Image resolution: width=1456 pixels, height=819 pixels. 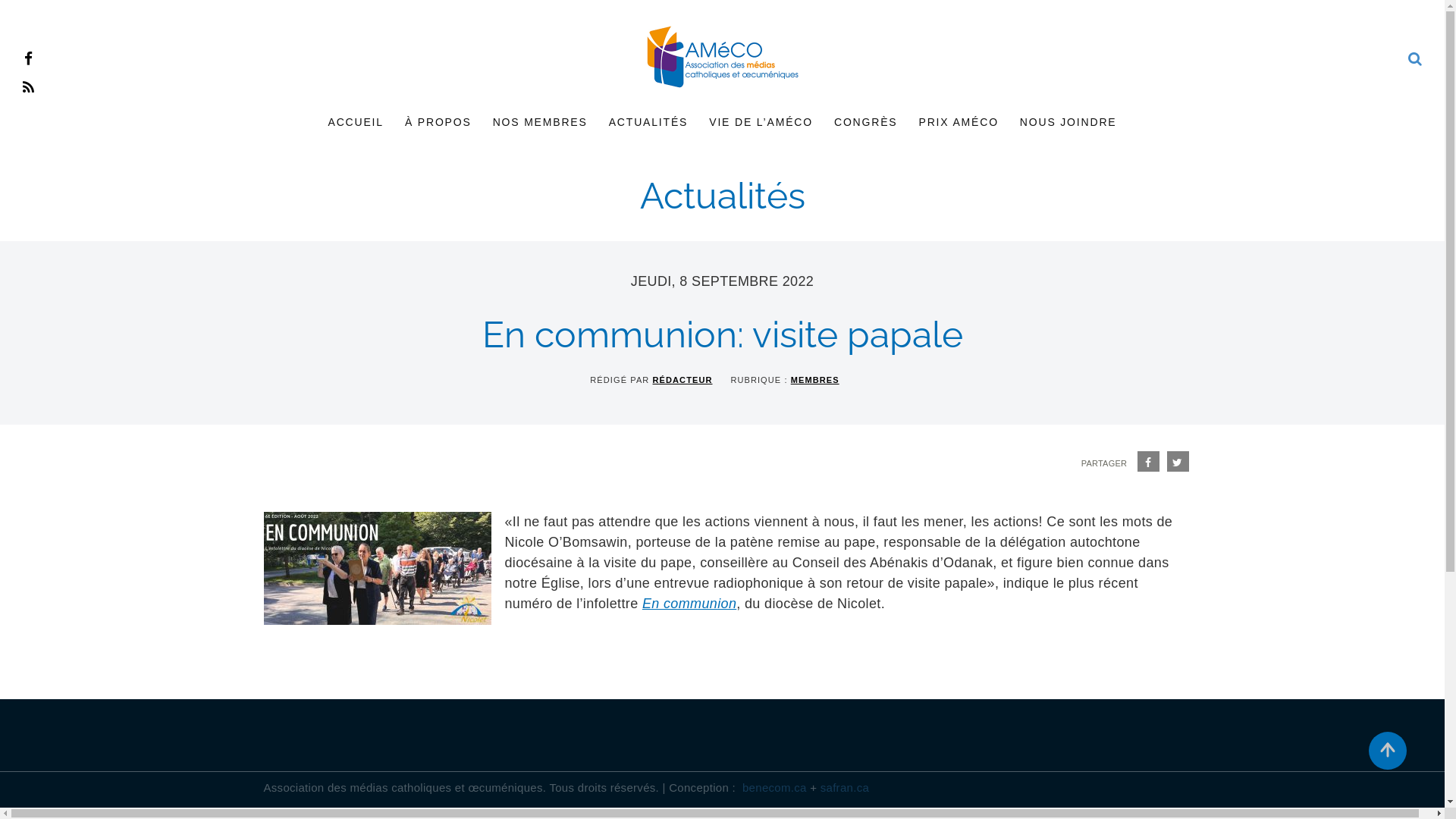 What do you see at coordinates (814, 379) in the screenshot?
I see `'MEMBRES'` at bounding box center [814, 379].